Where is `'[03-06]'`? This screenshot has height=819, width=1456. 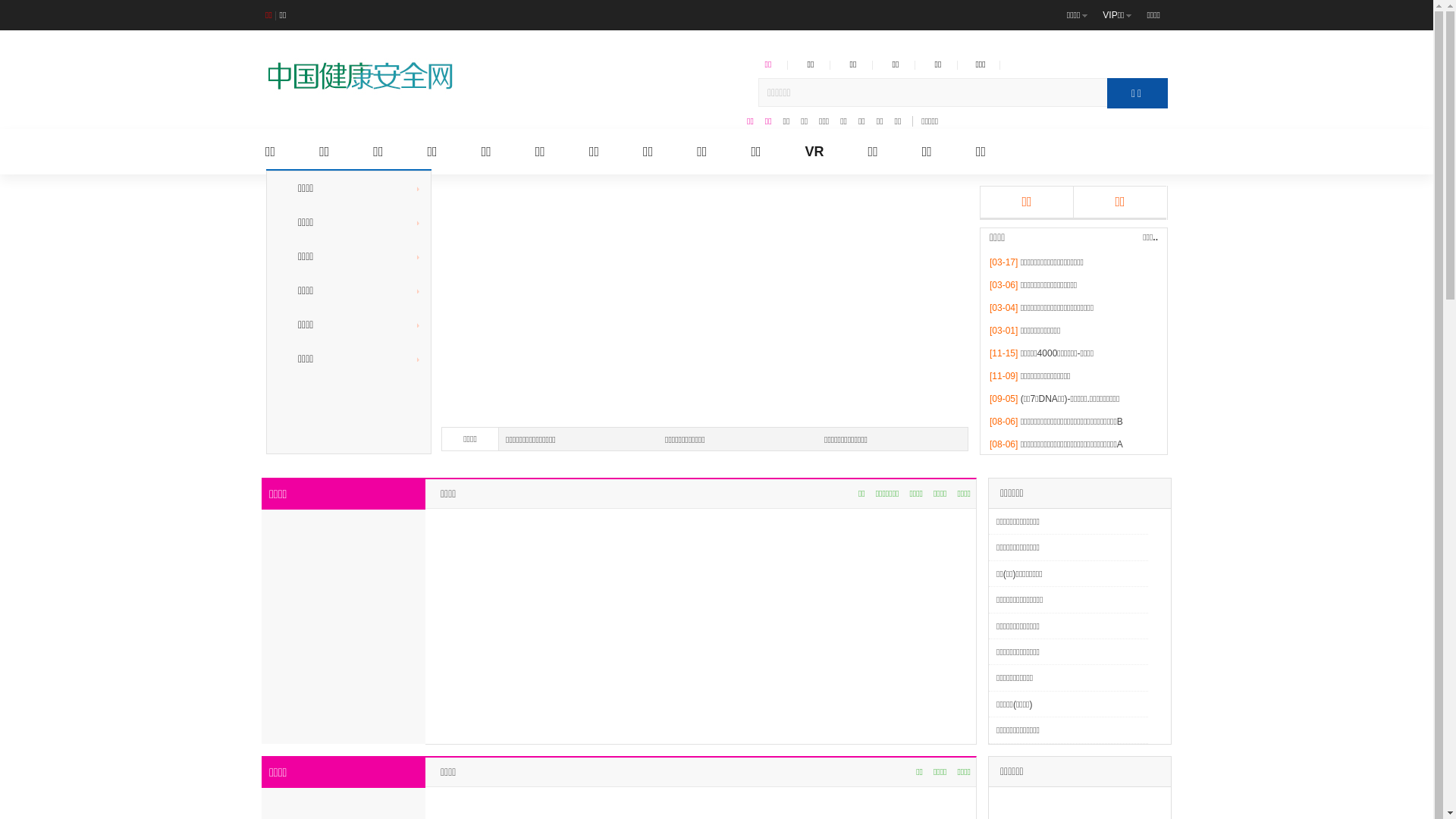 '[03-06]' is located at coordinates (1003, 284).